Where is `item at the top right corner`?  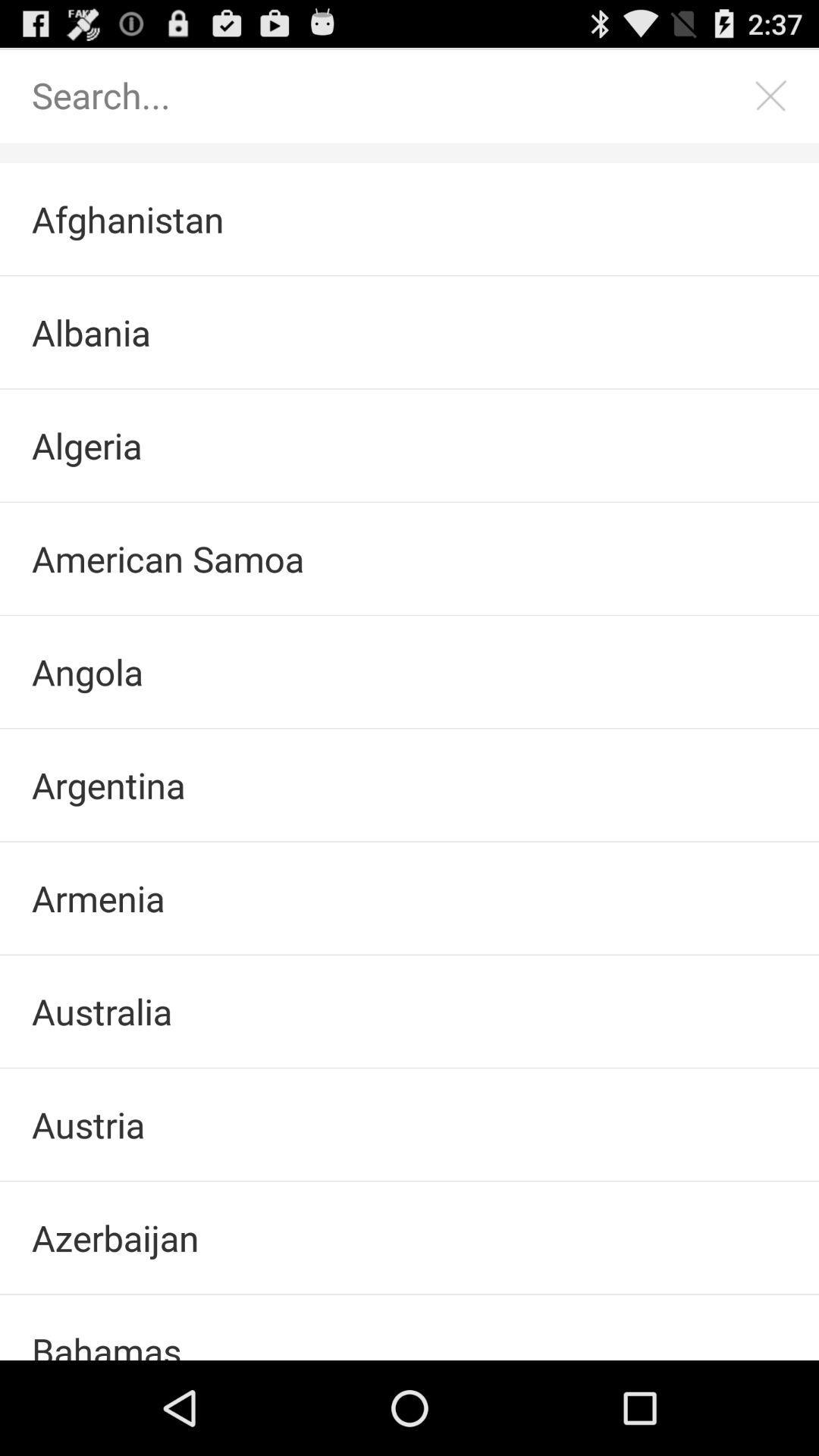 item at the top right corner is located at coordinates (771, 94).